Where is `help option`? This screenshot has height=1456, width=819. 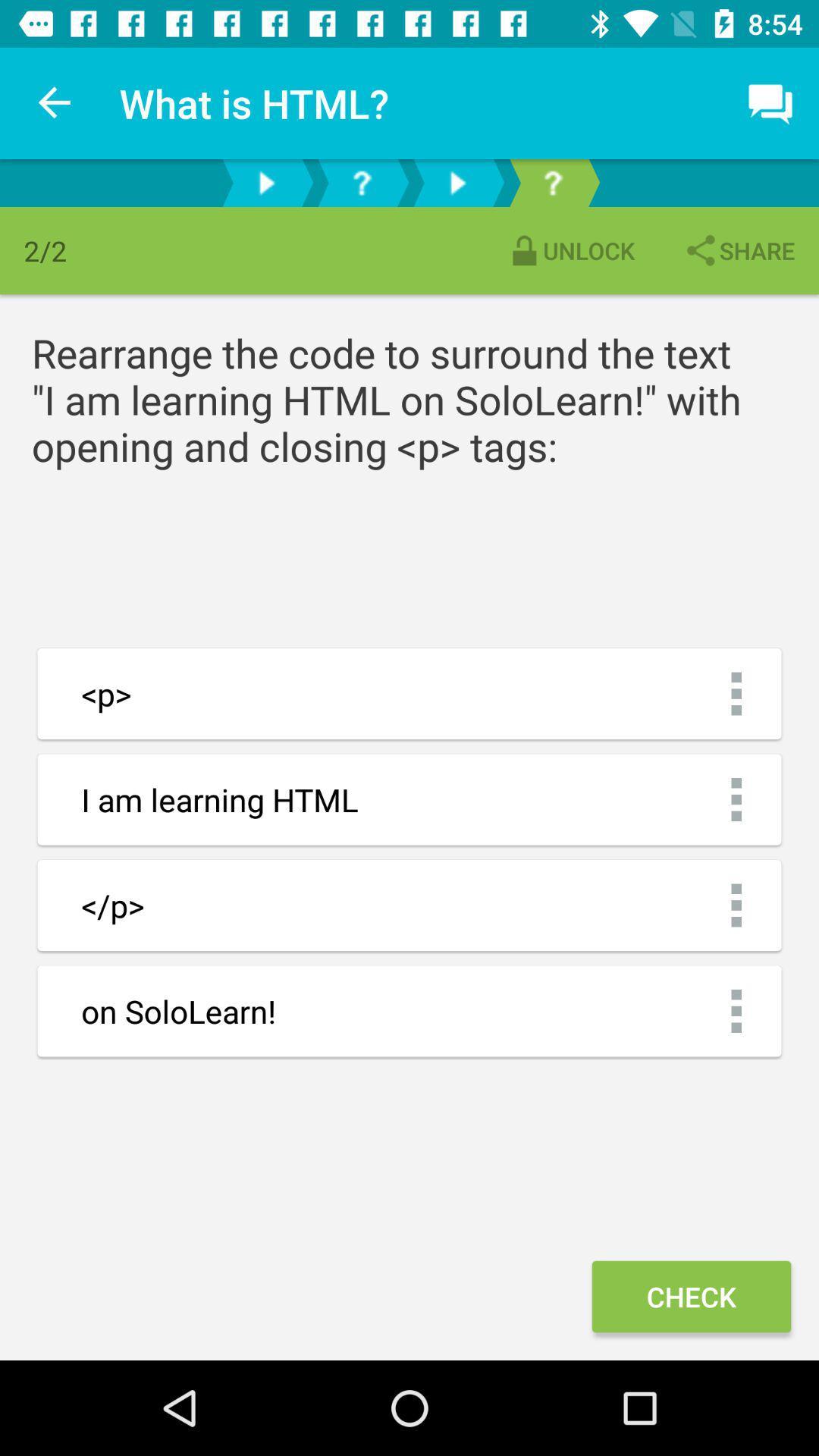
help option is located at coordinates (362, 182).